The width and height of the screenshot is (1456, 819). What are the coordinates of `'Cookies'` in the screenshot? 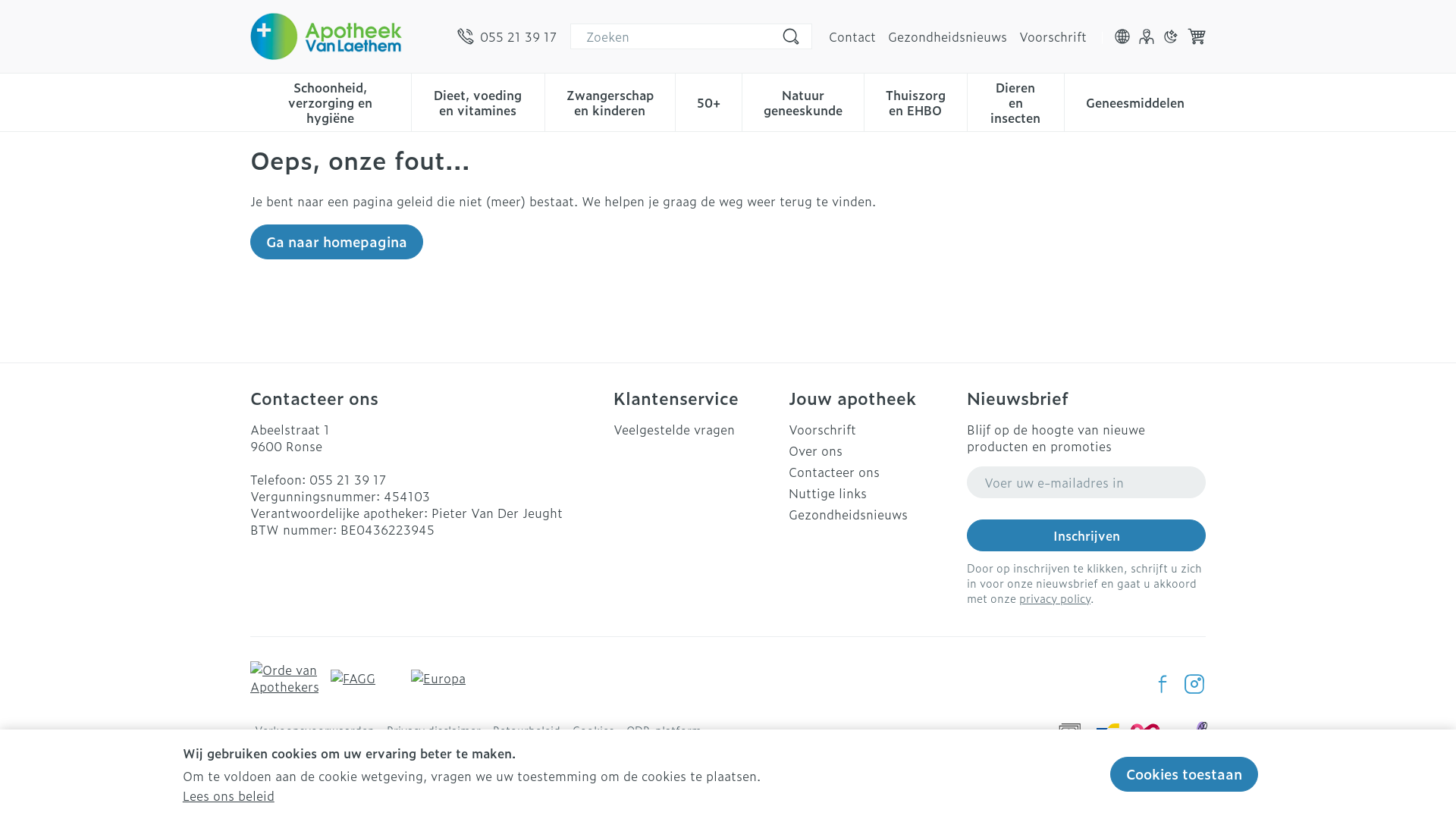 It's located at (592, 730).